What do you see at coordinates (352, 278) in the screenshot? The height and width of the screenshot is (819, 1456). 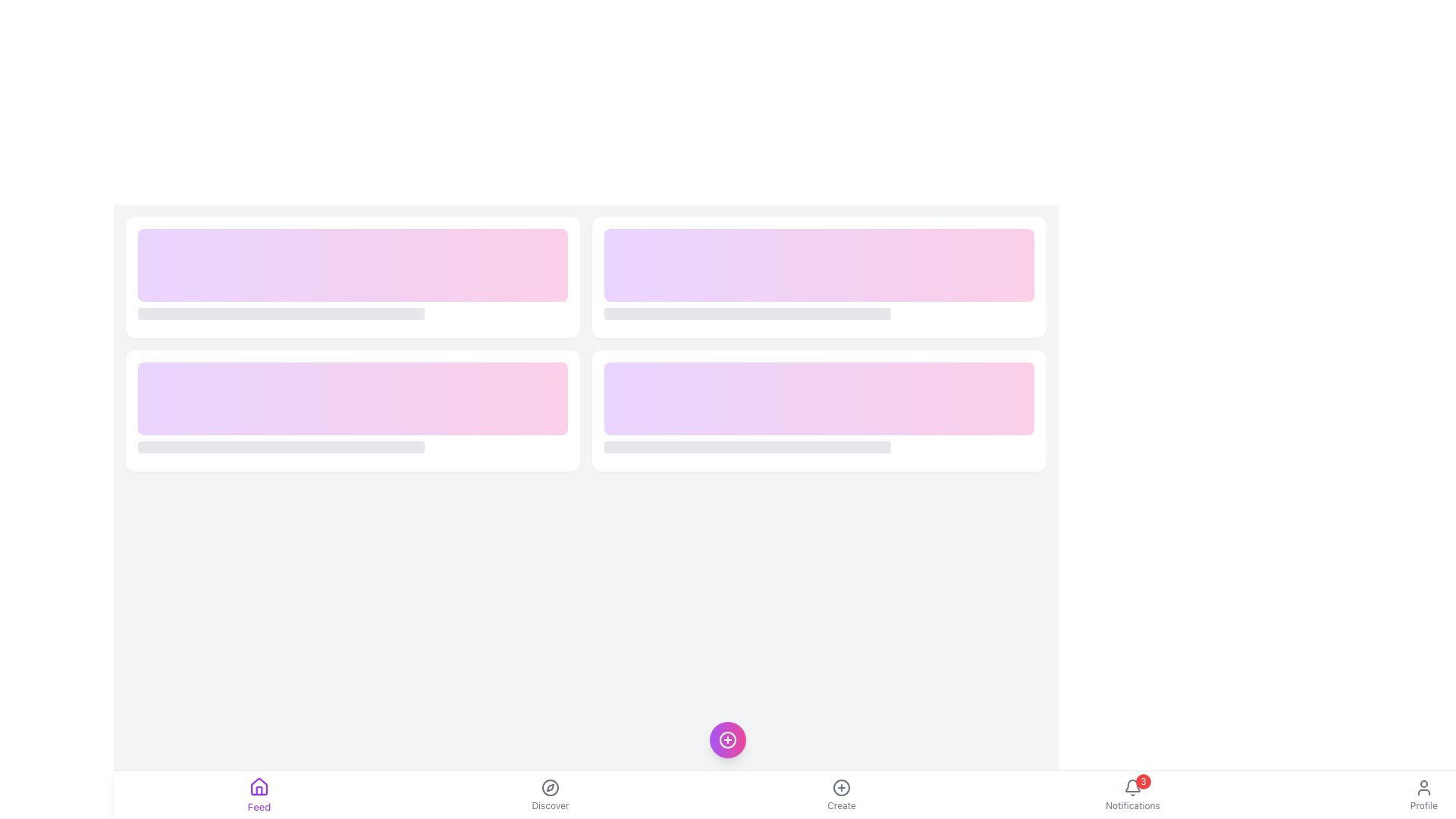 I see `the card element with a gradient background transitioning from purple to pink, which is the first item in a grid layout and features a shorter gray bar below` at bounding box center [352, 278].